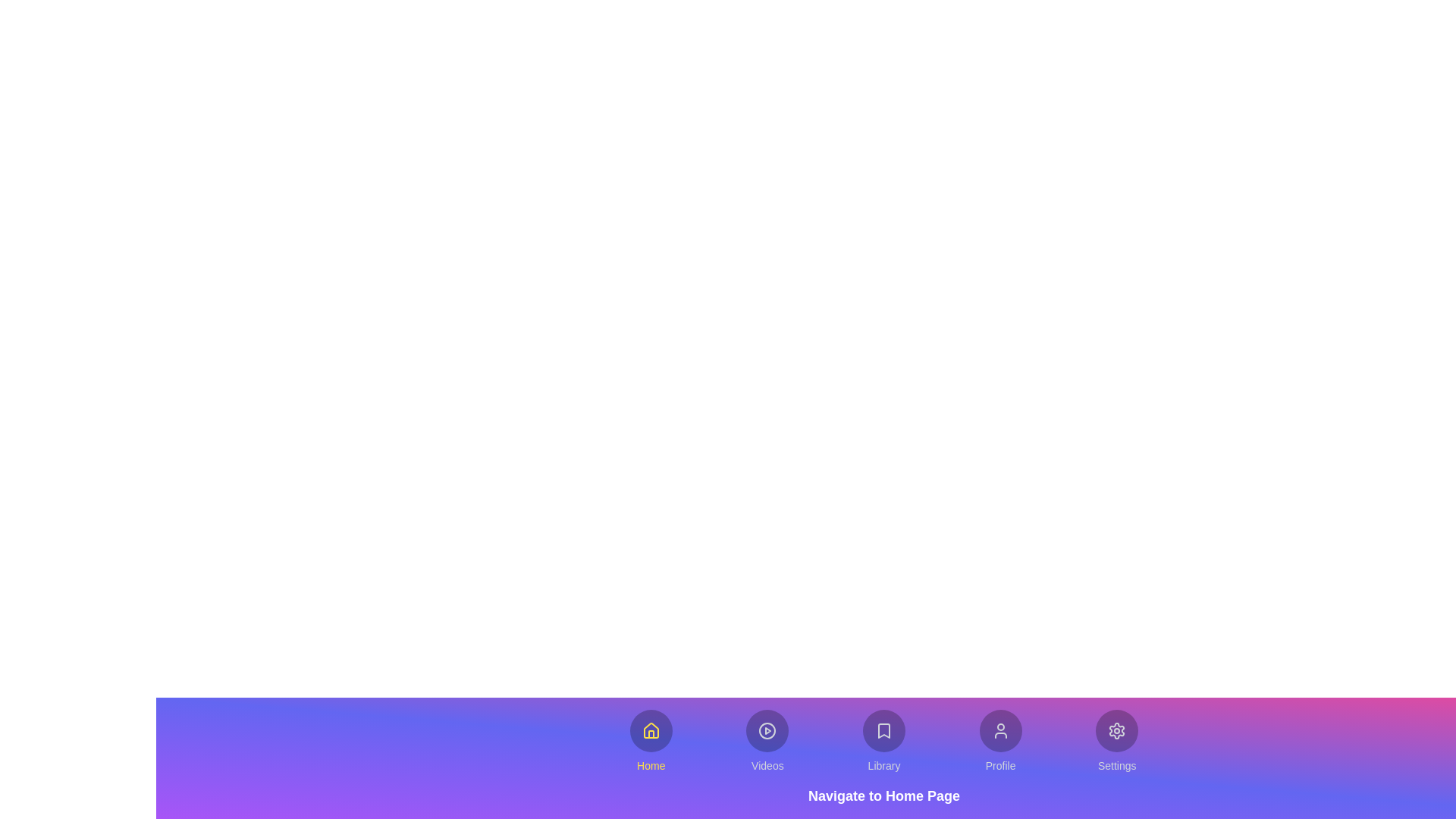 The height and width of the screenshot is (819, 1456). What do you see at coordinates (883, 741) in the screenshot?
I see `the button labeled Library to explore its hover effects` at bounding box center [883, 741].